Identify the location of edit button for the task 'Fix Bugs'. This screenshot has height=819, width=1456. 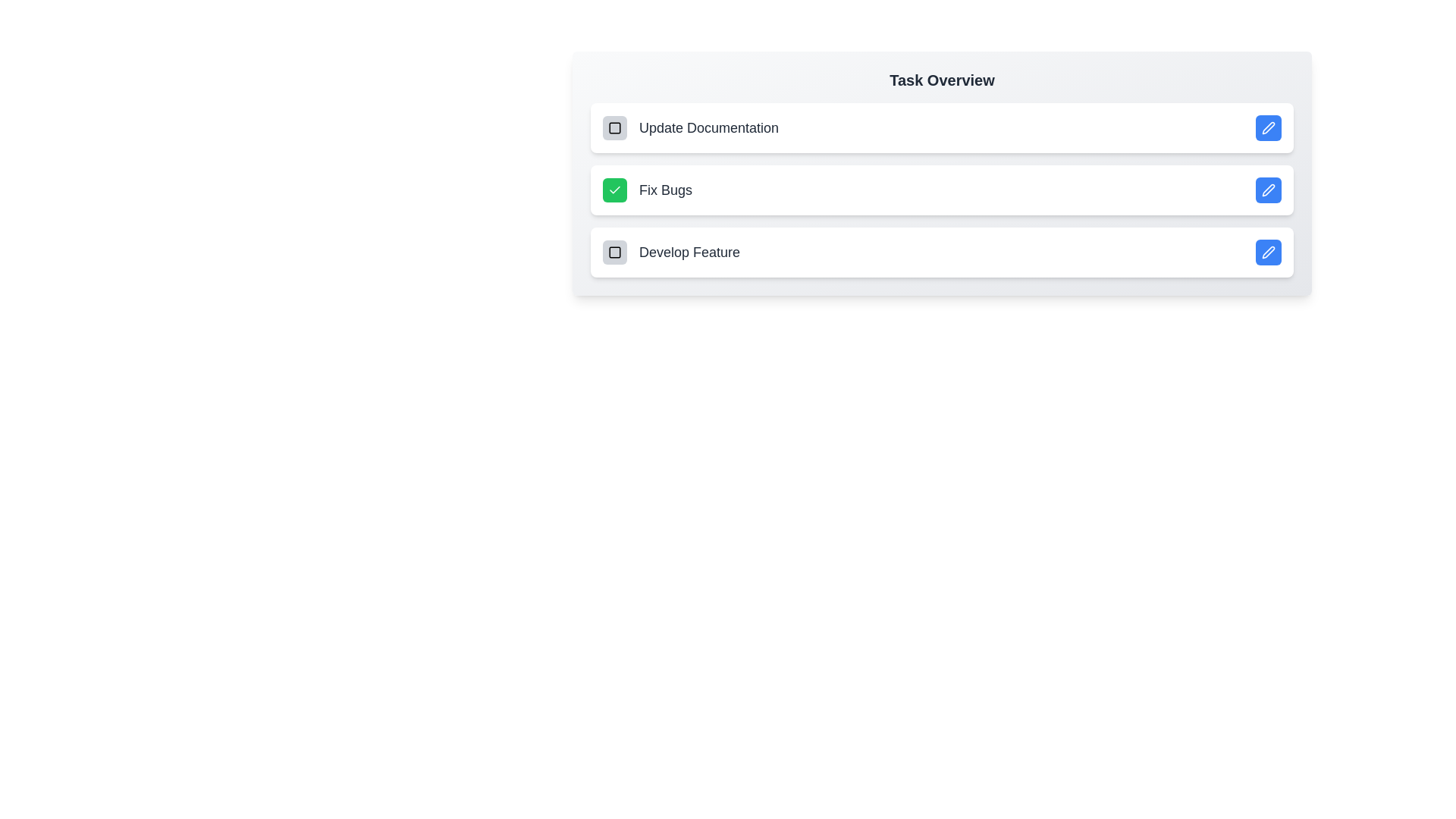
(1269, 189).